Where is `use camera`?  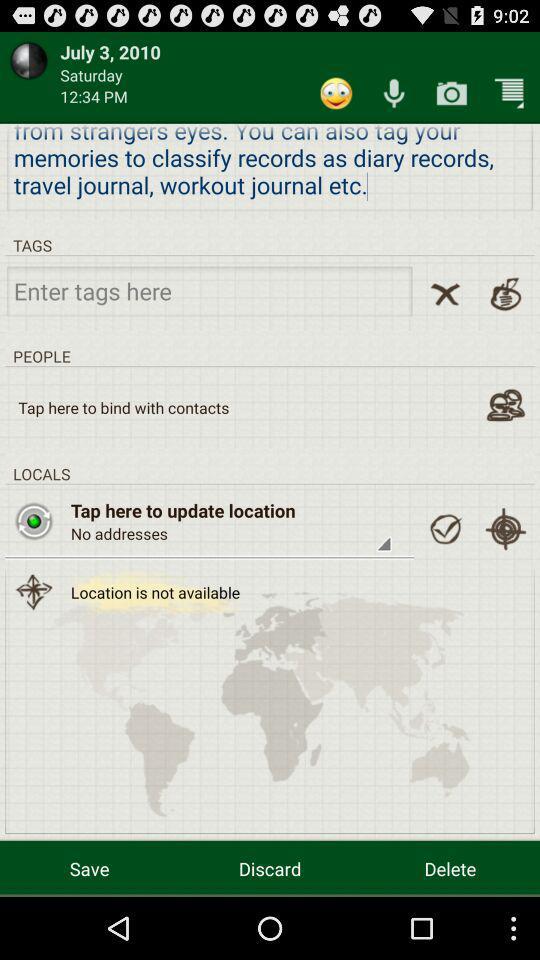
use camera is located at coordinates (451, 93).